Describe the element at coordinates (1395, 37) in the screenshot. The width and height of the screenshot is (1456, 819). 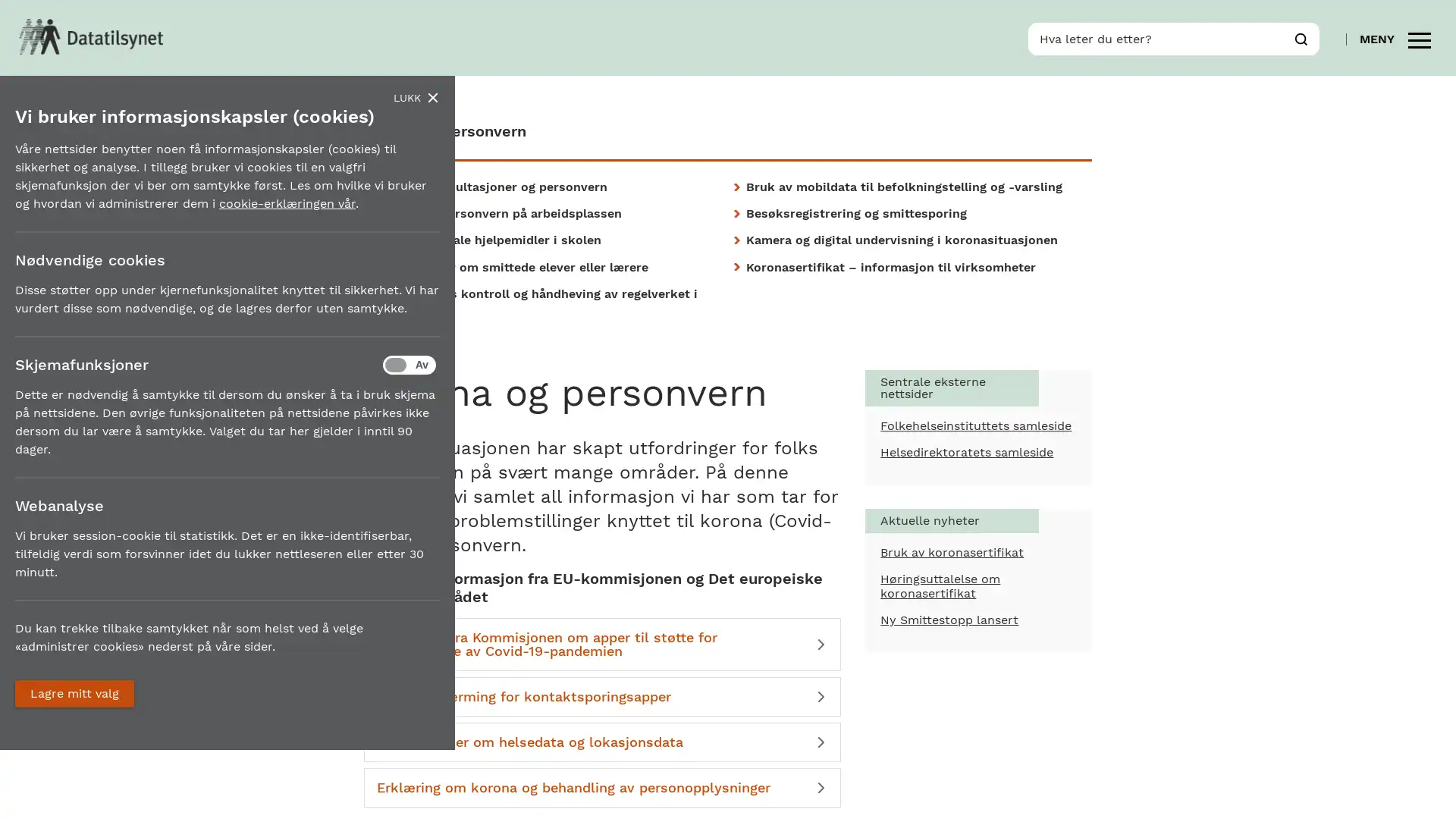
I see `MENY VIS/SKJUL MENY` at that location.